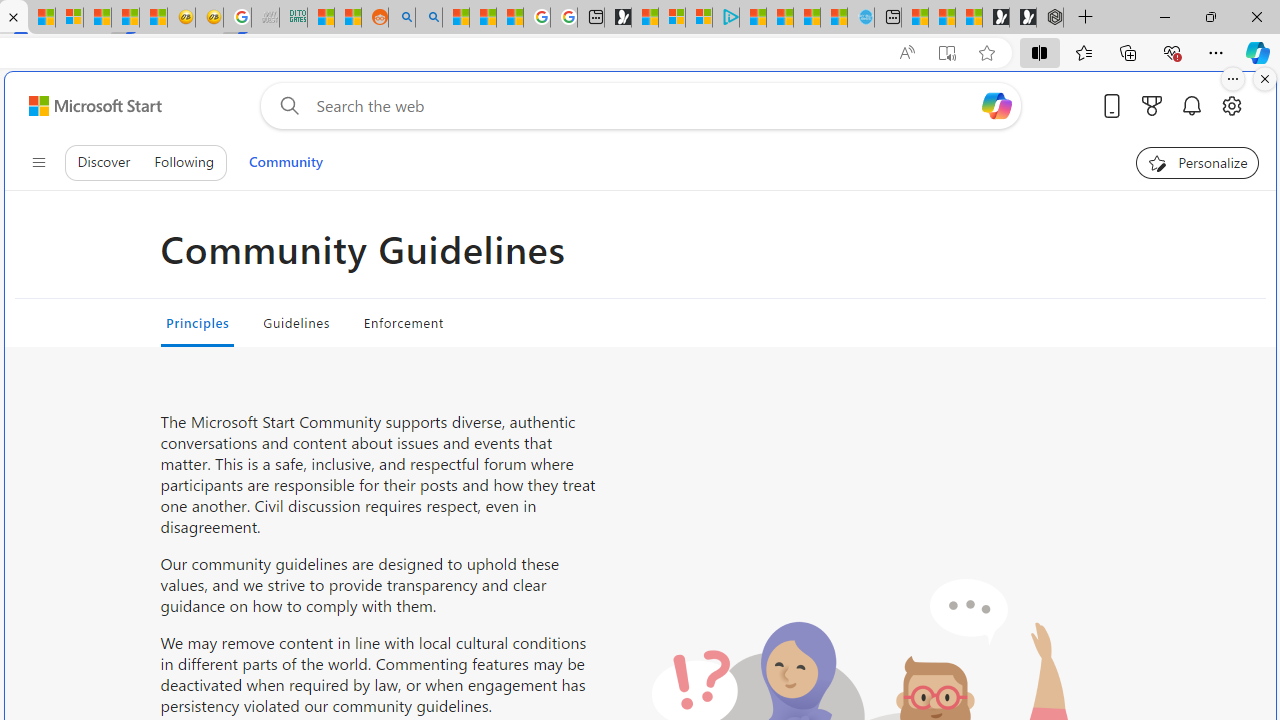 The width and height of the screenshot is (1280, 720). What do you see at coordinates (197, 321) in the screenshot?
I see `'Principles'` at bounding box center [197, 321].